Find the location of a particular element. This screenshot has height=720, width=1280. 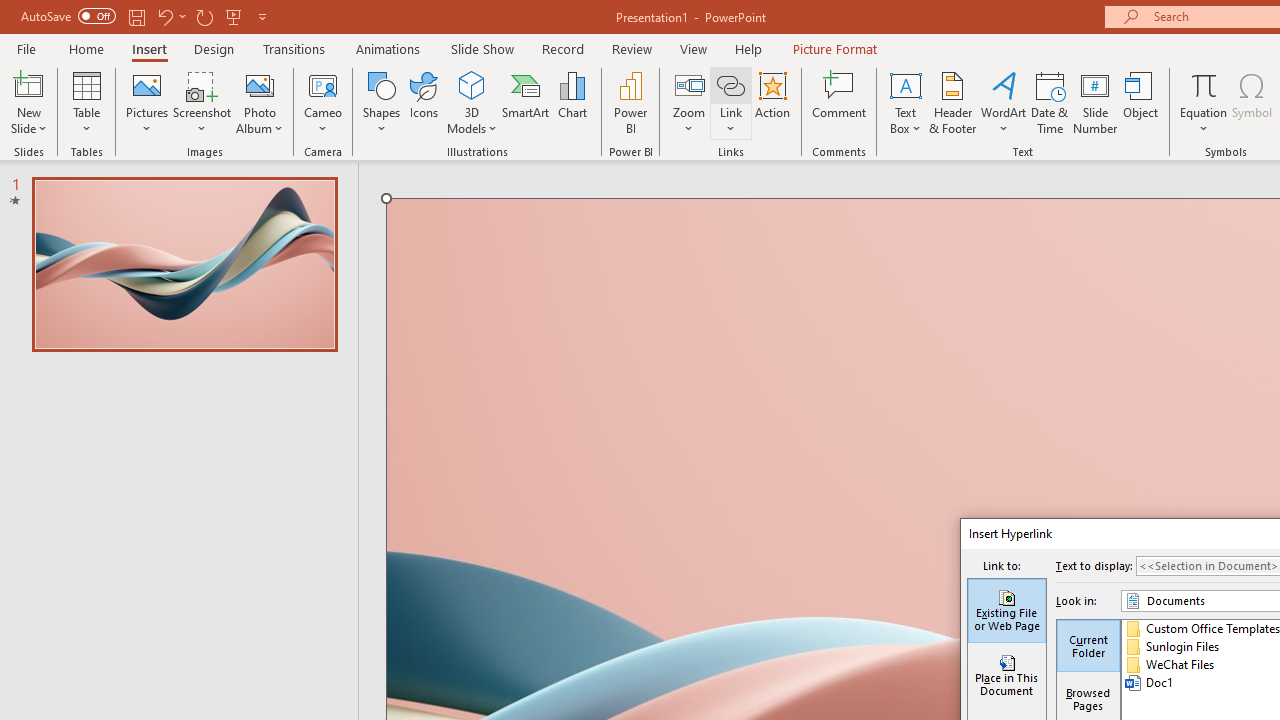

'Place in This Document' is located at coordinates (1006, 675).